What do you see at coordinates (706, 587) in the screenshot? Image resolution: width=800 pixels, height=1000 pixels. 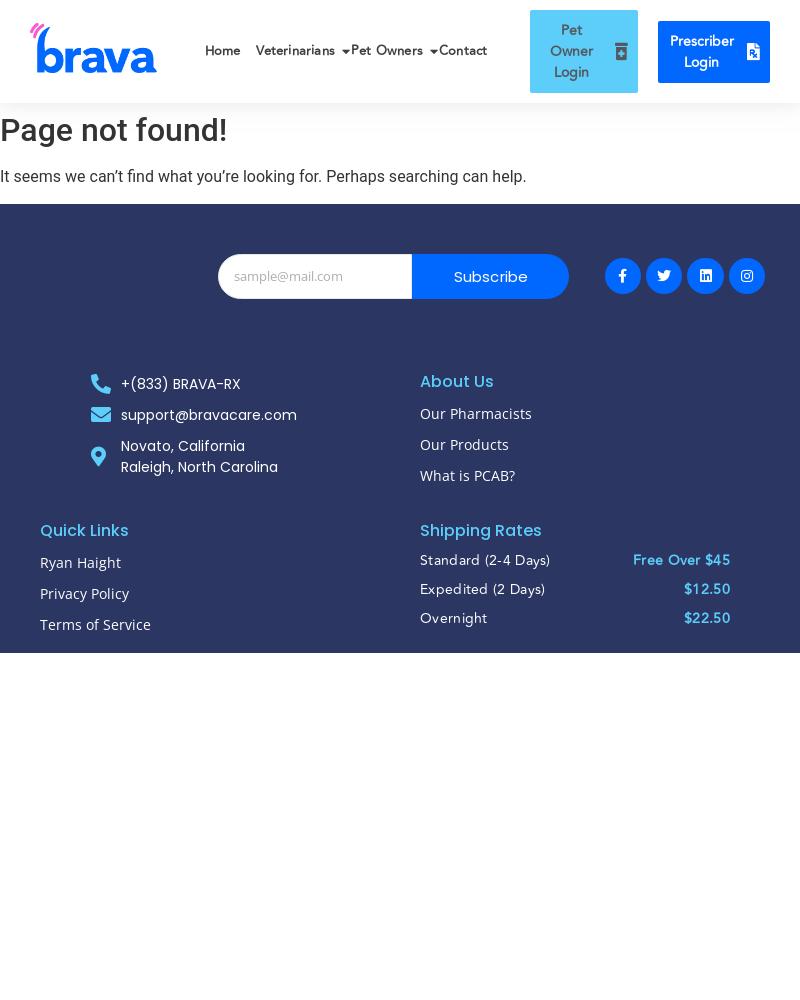 I see `'$12.50'` at bounding box center [706, 587].